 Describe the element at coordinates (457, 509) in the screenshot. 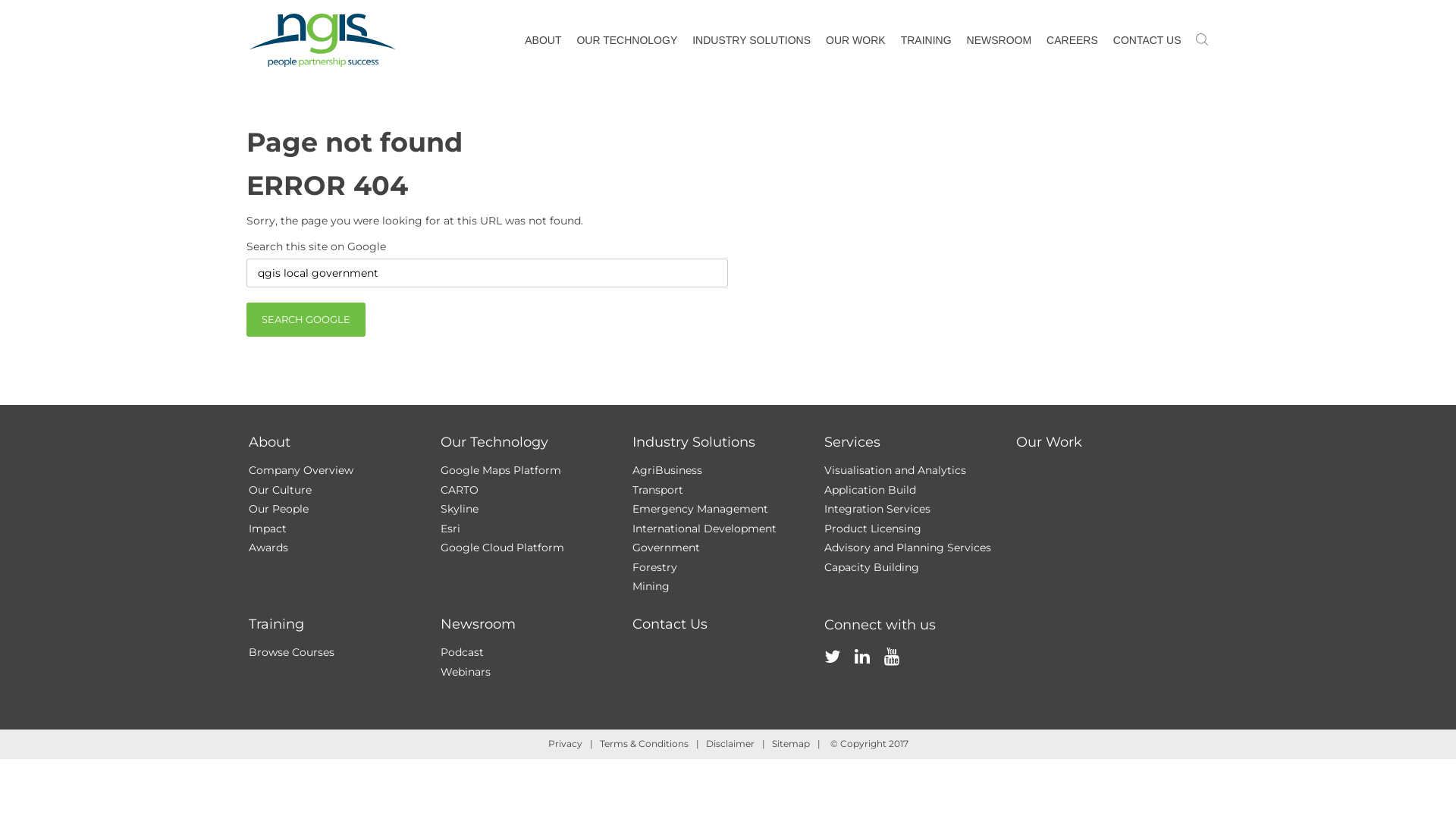

I see `'Skyline'` at that location.